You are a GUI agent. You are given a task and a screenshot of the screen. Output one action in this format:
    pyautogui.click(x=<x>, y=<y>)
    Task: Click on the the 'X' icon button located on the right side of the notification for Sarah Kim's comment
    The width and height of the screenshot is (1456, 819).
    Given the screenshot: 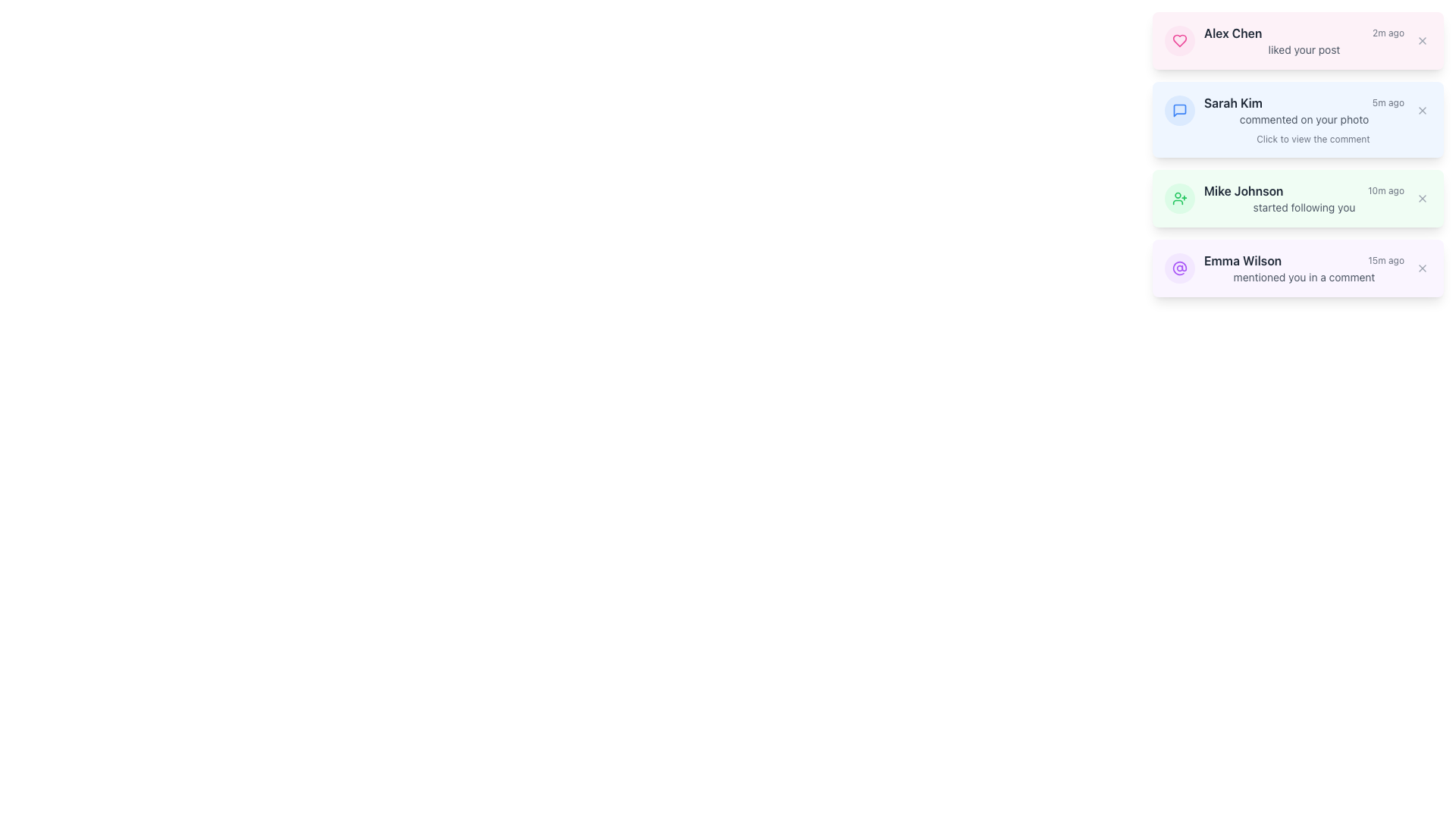 What is the action you would take?
    pyautogui.click(x=1422, y=110)
    